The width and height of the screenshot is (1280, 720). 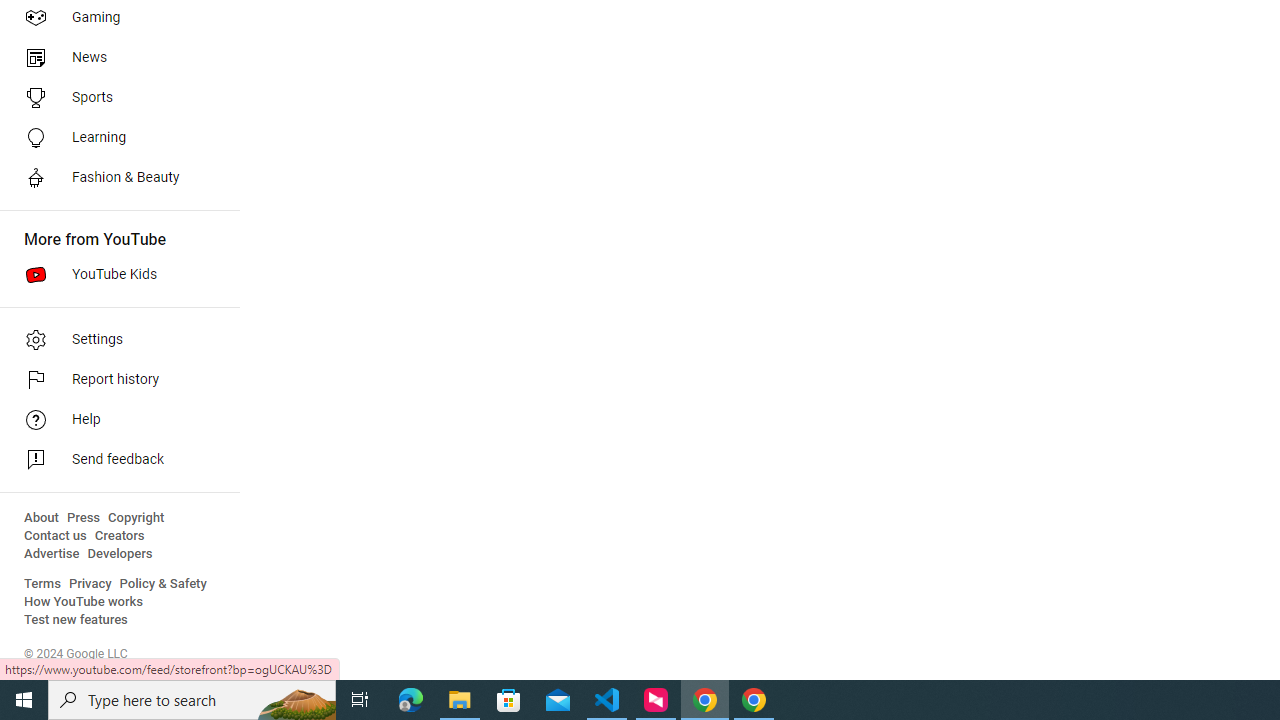 What do you see at coordinates (112, 136) in the screenshot?
I see `'Learning'` at bounding box center [112, 136].